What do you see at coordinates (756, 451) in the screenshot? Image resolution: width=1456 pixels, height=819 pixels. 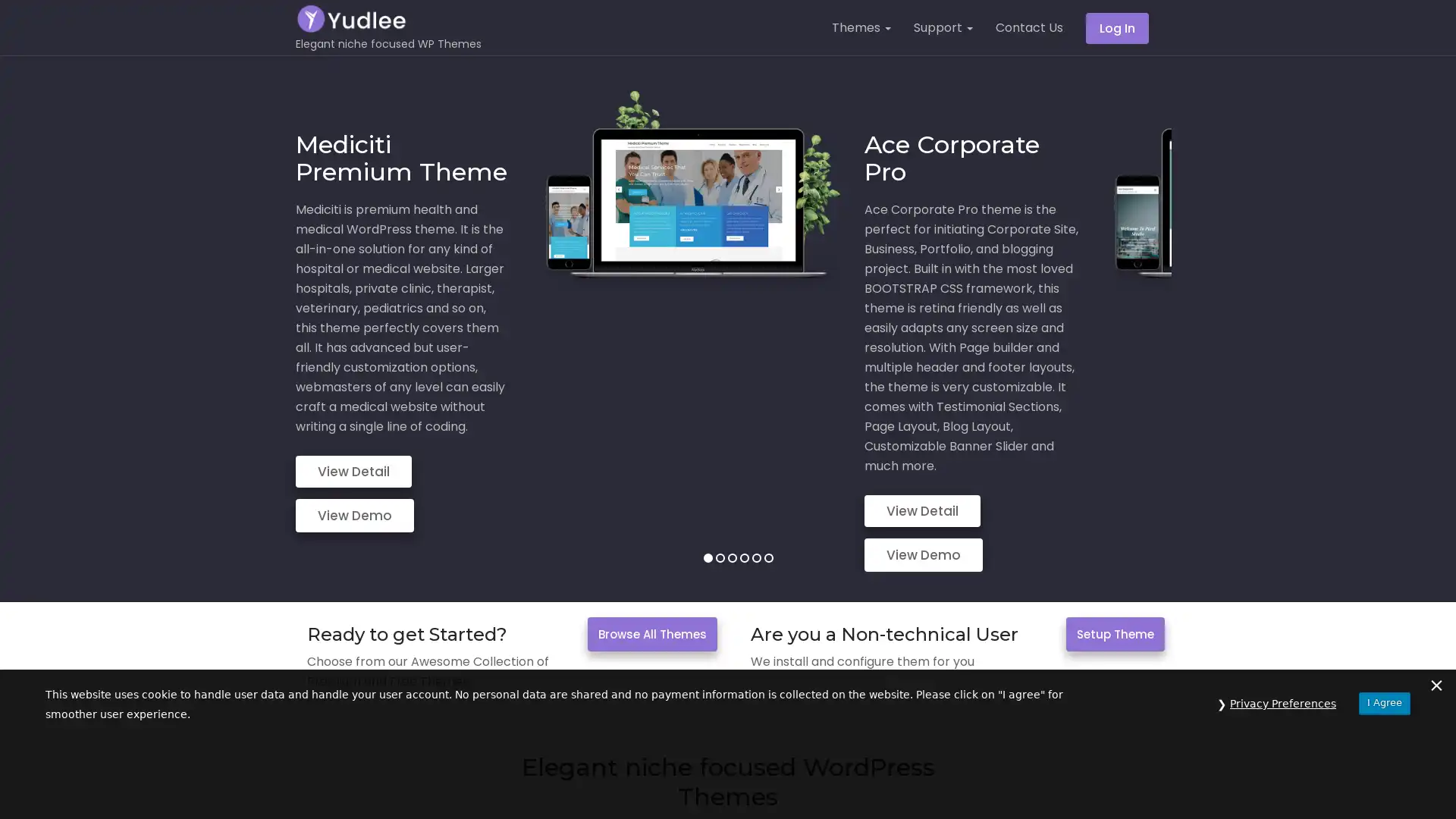 I see `5` at bounding box center [756, 451].